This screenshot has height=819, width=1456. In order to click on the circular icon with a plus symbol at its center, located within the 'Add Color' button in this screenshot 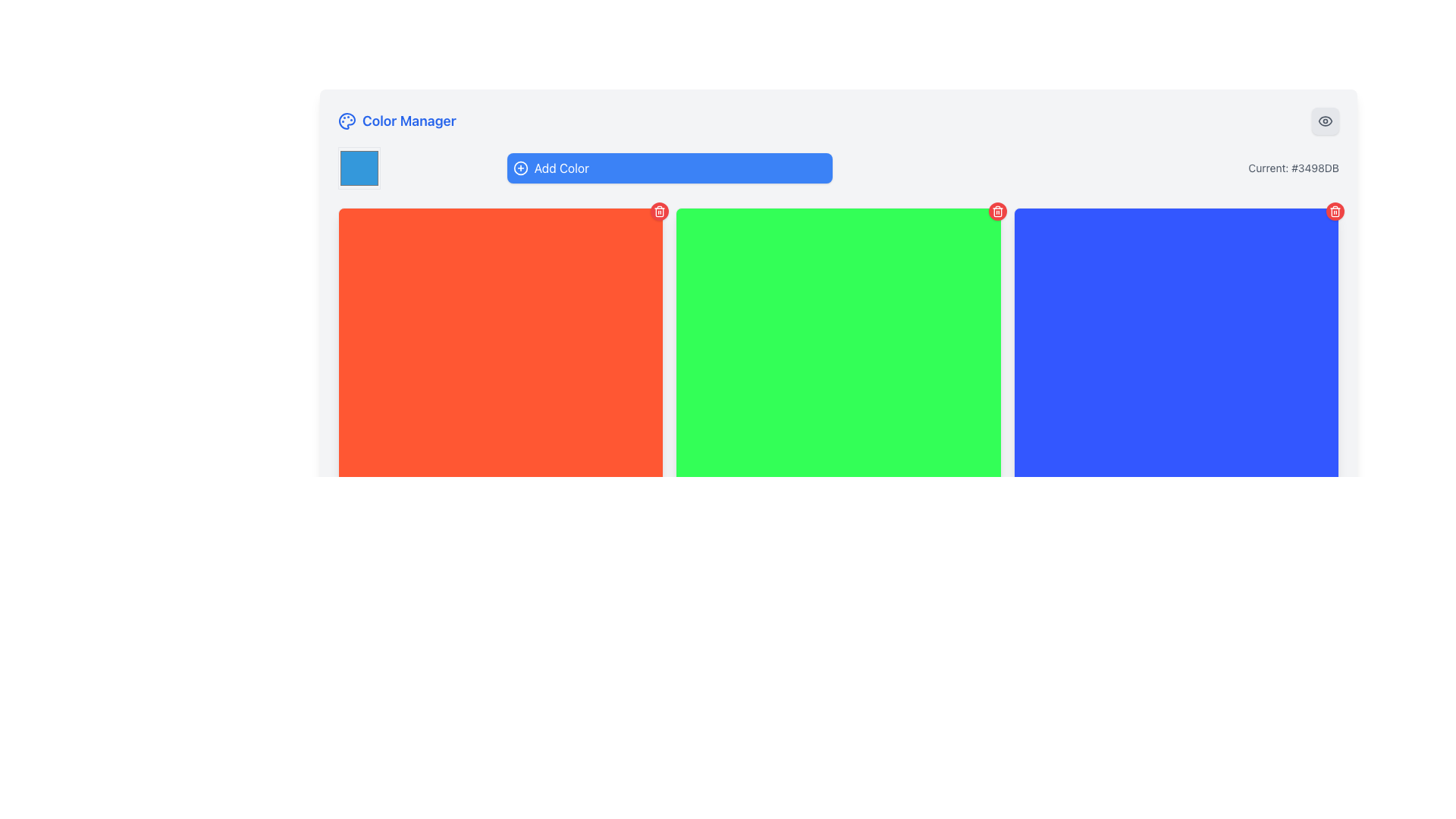, I will do `click(520, 168)`.